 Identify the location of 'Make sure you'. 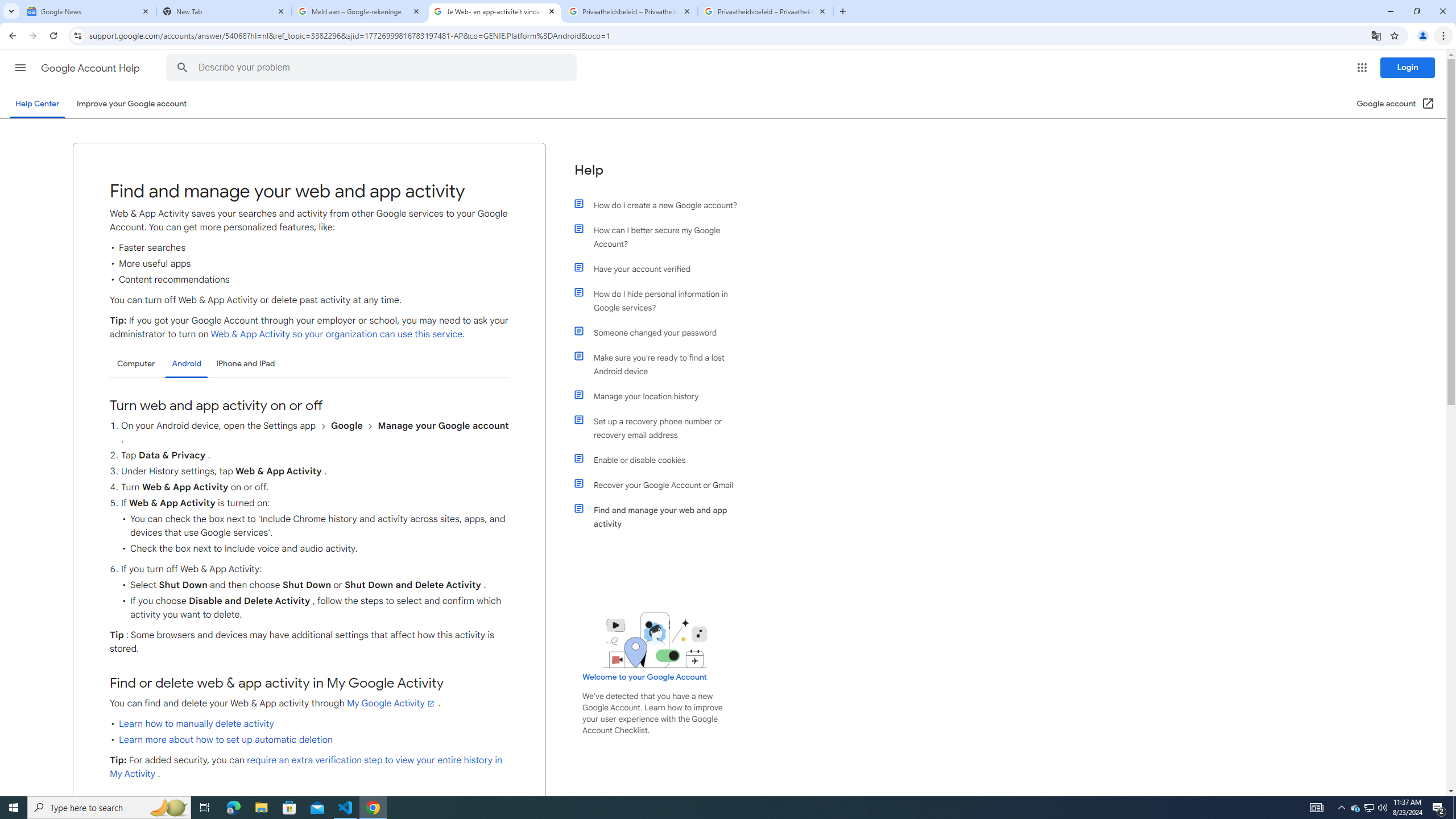
(661, 364).